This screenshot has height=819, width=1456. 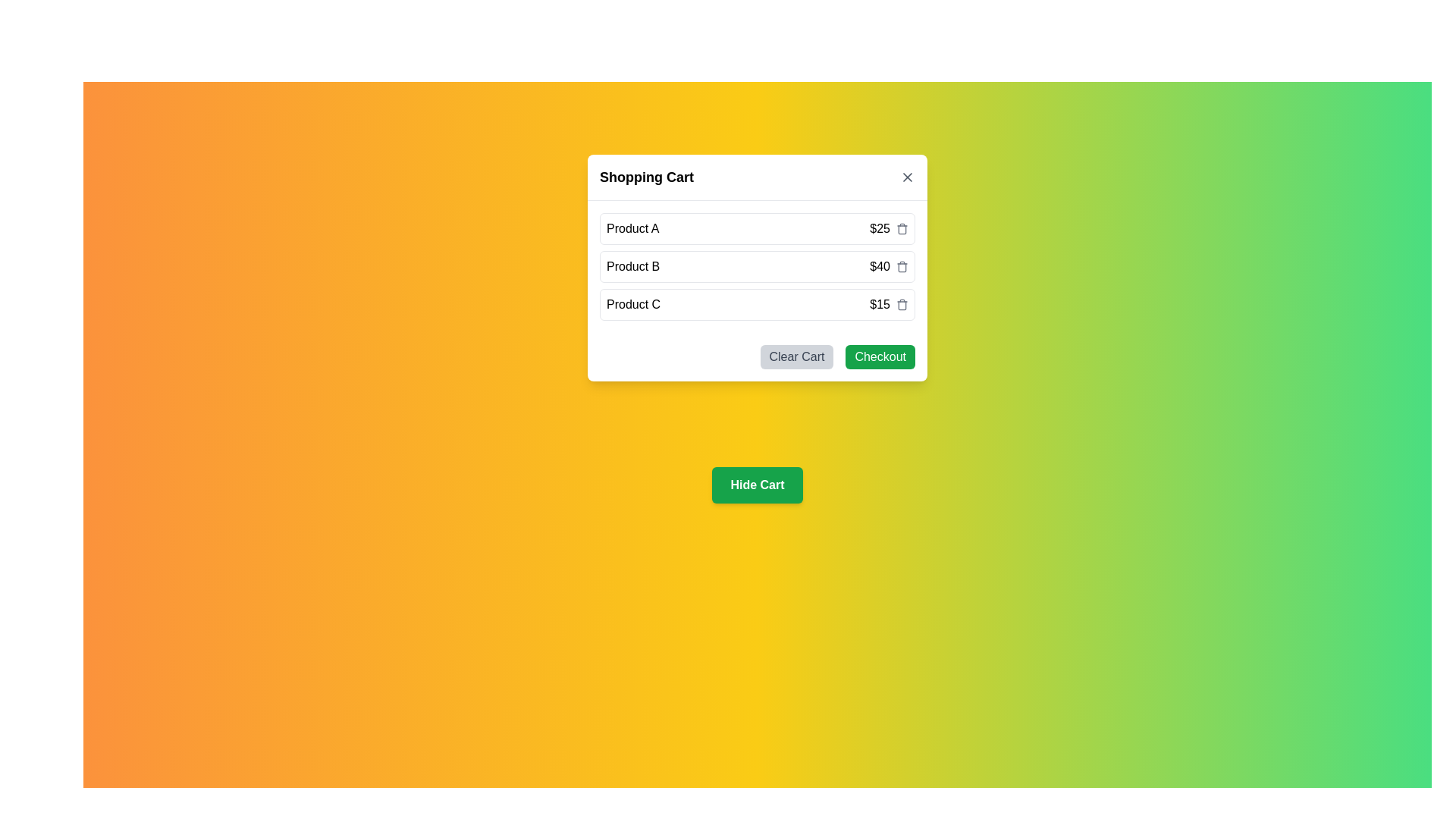 I want to click on the Close button icon, which resembles an 'X' and is located in the upper-right corner of the 'Shopping Cart' panel, so click(x=907, y=177).